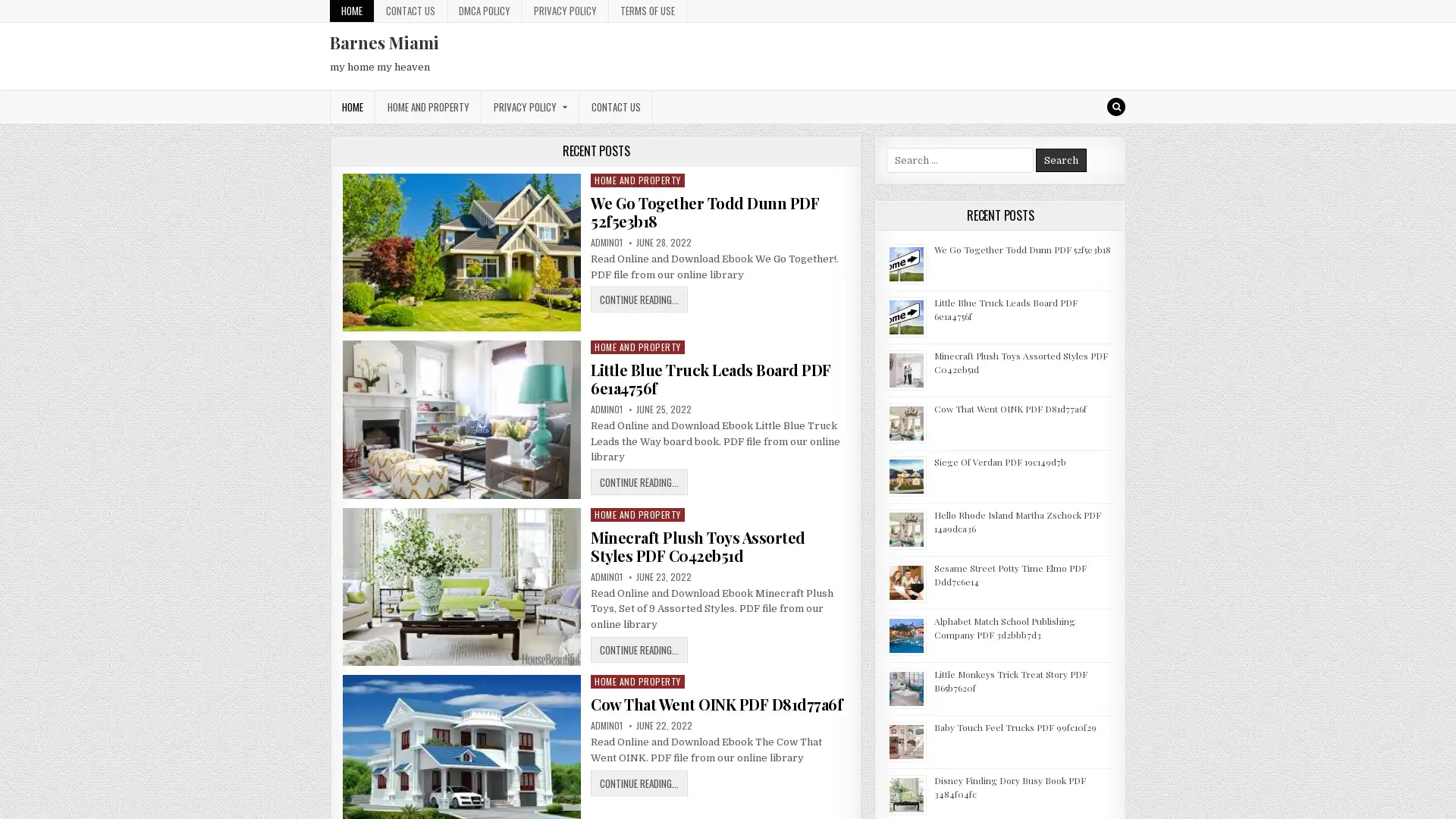 This screenshot has width=1456, height=819. Describe the element at coordinates (1060, 160) in the screenshot. I see `Search` at that location.